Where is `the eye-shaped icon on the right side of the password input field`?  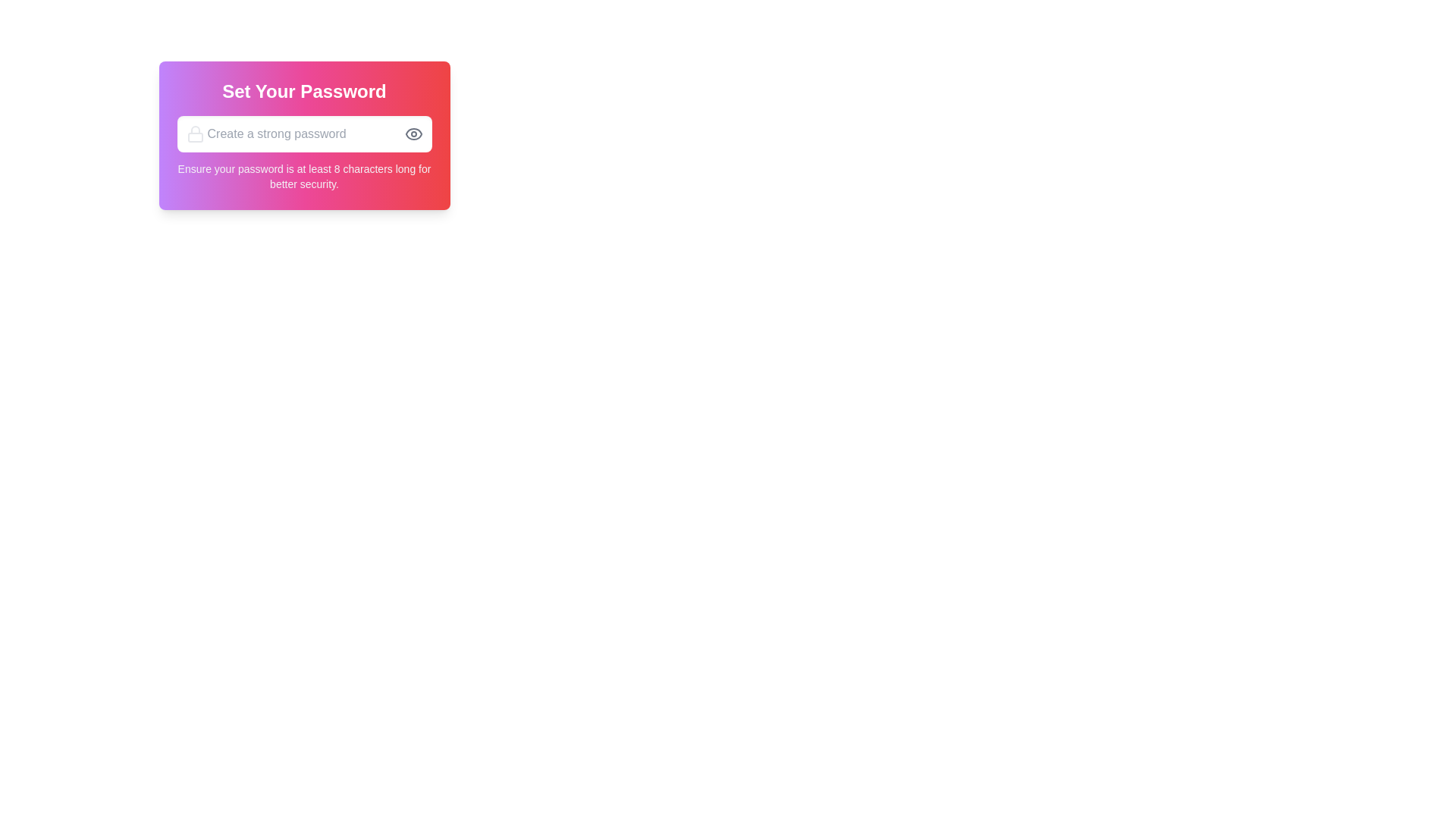
the eye-shaped icon on the right side of the password input field is located at coordinates (413, 133).